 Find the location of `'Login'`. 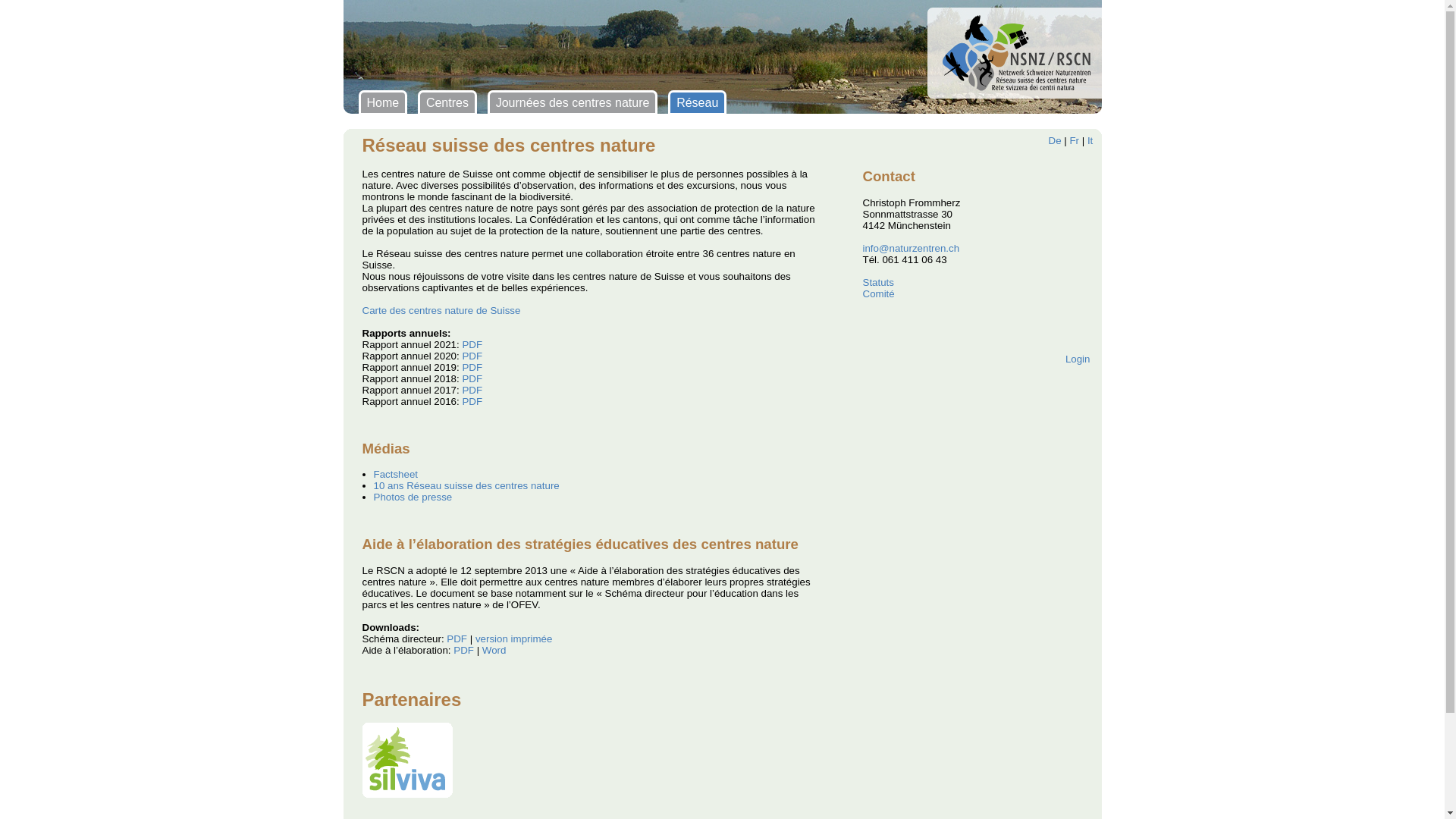

'Login' is located at coordinates (1065, 359).